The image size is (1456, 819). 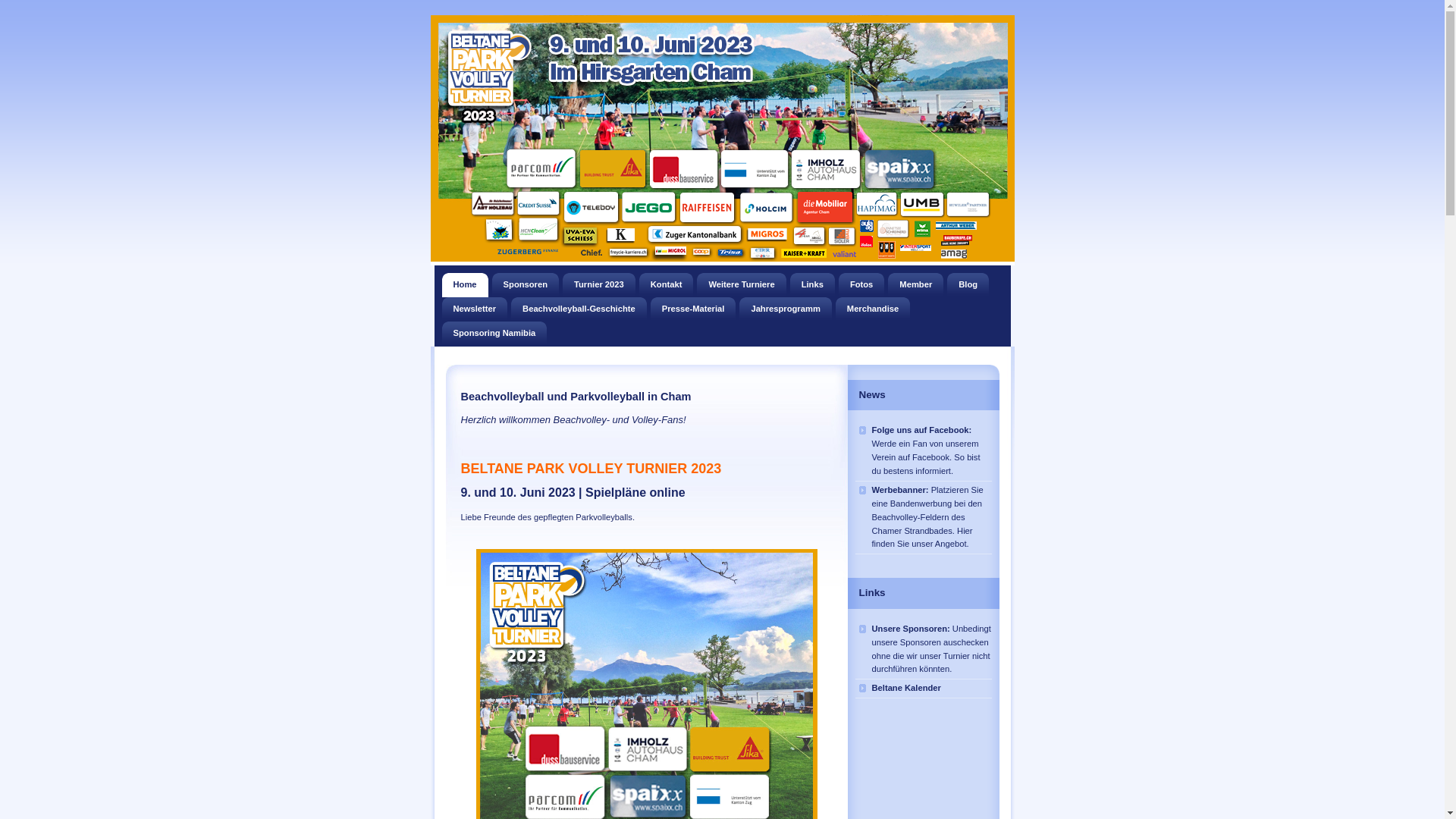 What do you see at coordinates (463, 284) in the screenshot?
I see `'Home` at bounding box center [463, 284].